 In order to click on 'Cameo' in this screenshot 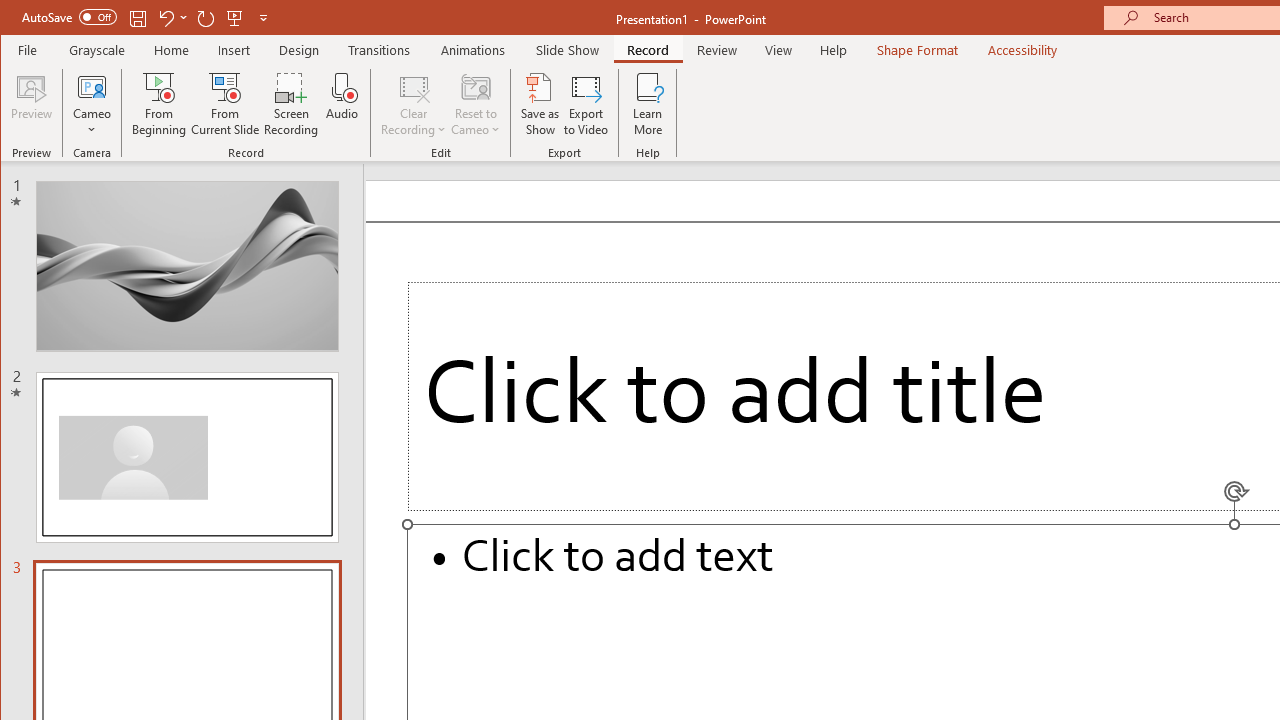, I will do `click(91, 85)`.